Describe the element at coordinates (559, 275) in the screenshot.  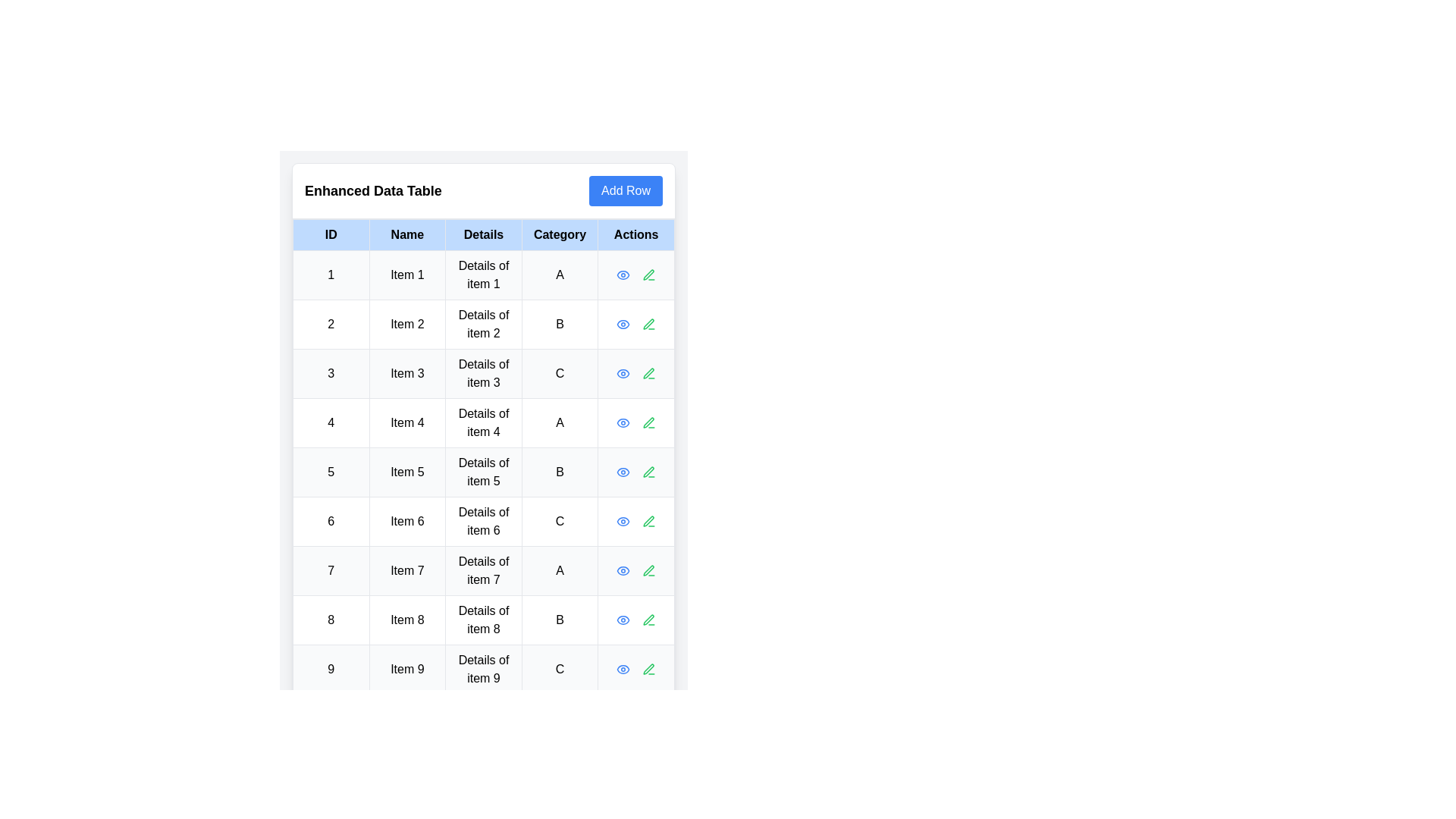
I see `the table cell containing the bold uppercase letter 'A' in the 'Category' column, located in the first row` at that location.